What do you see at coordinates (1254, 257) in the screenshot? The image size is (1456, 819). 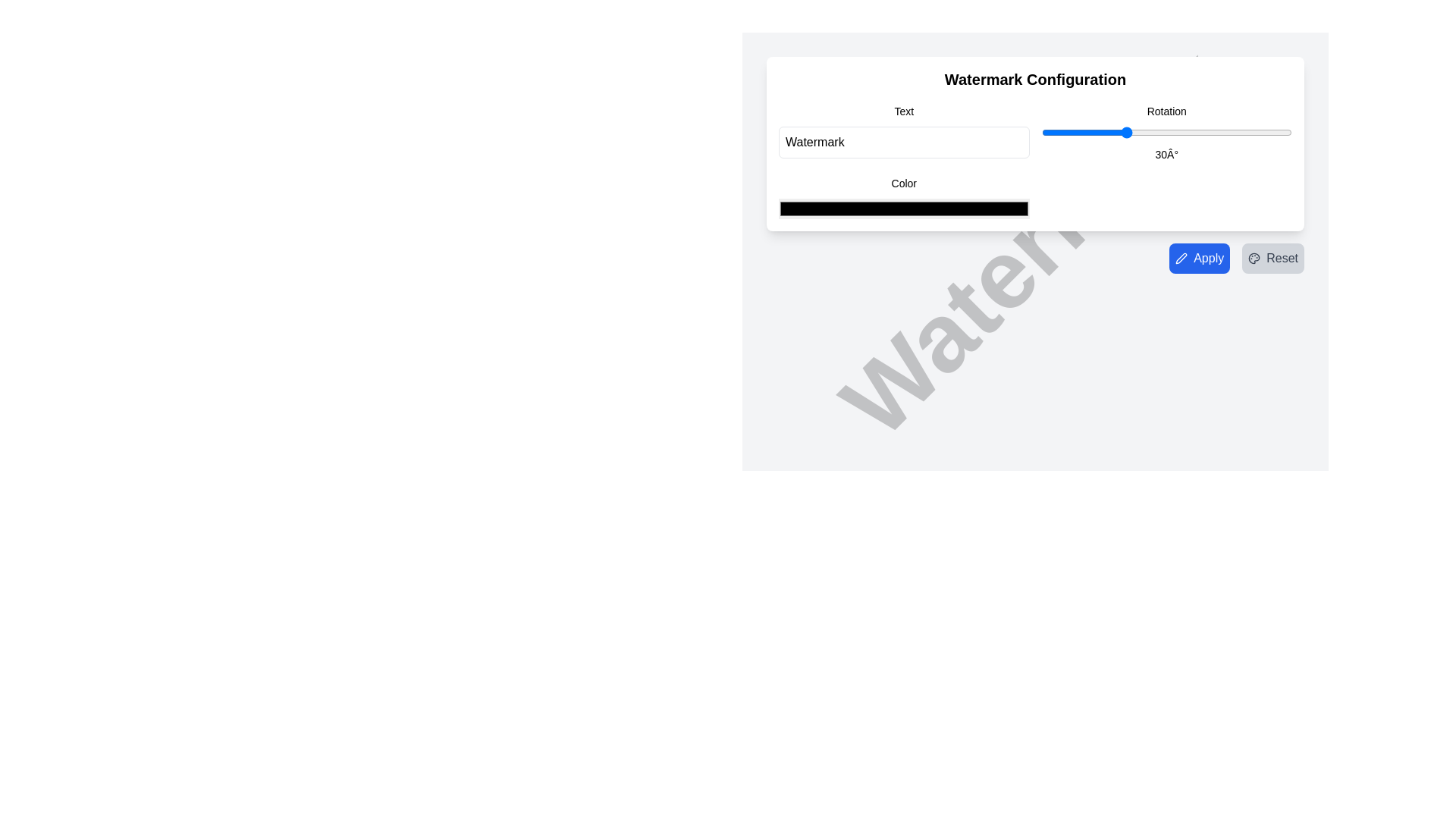 I see `the reset icon located to the left of the 'Reset' button text label` at bounding box center [1254, 257].